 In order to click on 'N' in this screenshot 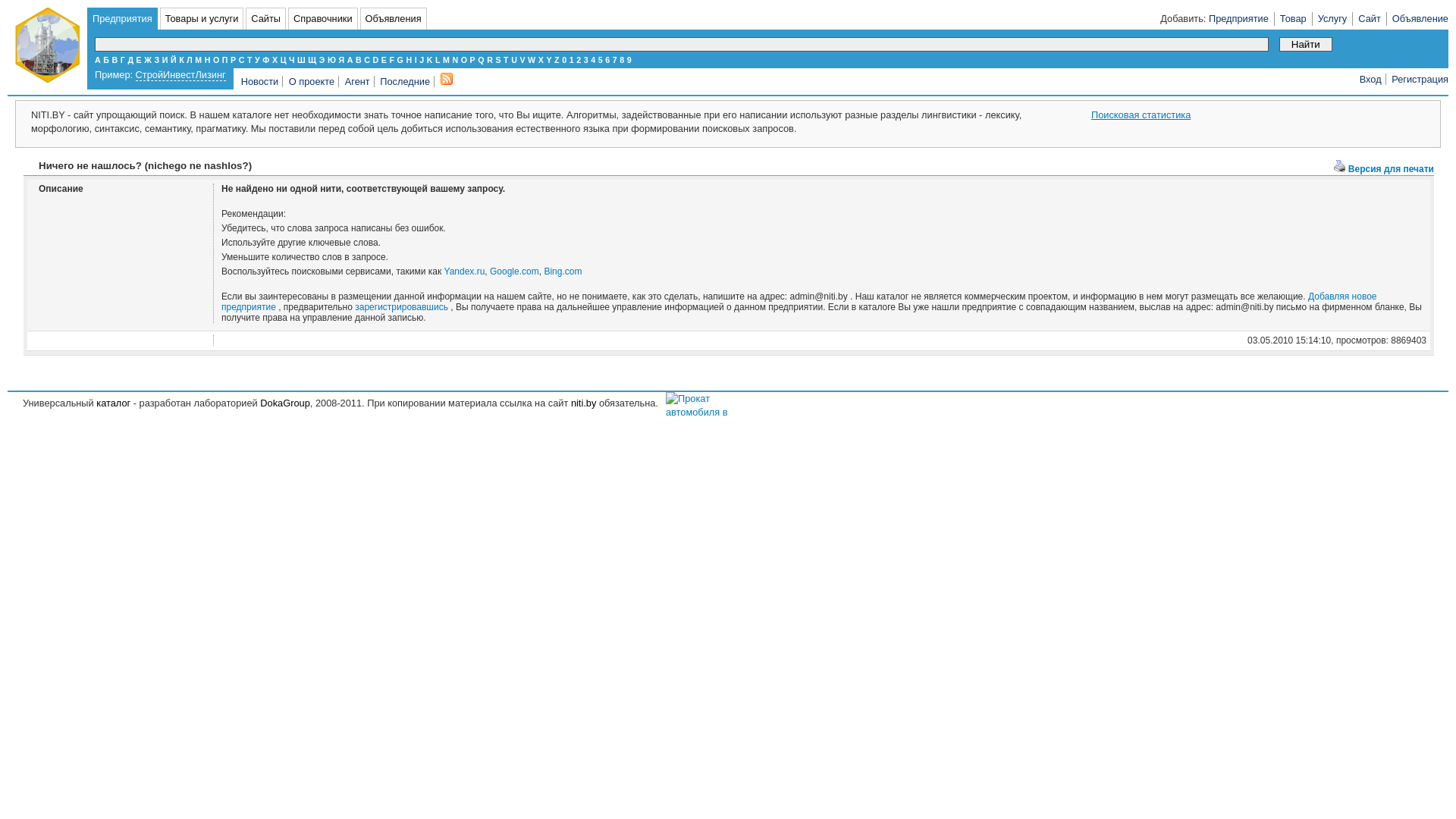, I will do `click(454, 58)`.